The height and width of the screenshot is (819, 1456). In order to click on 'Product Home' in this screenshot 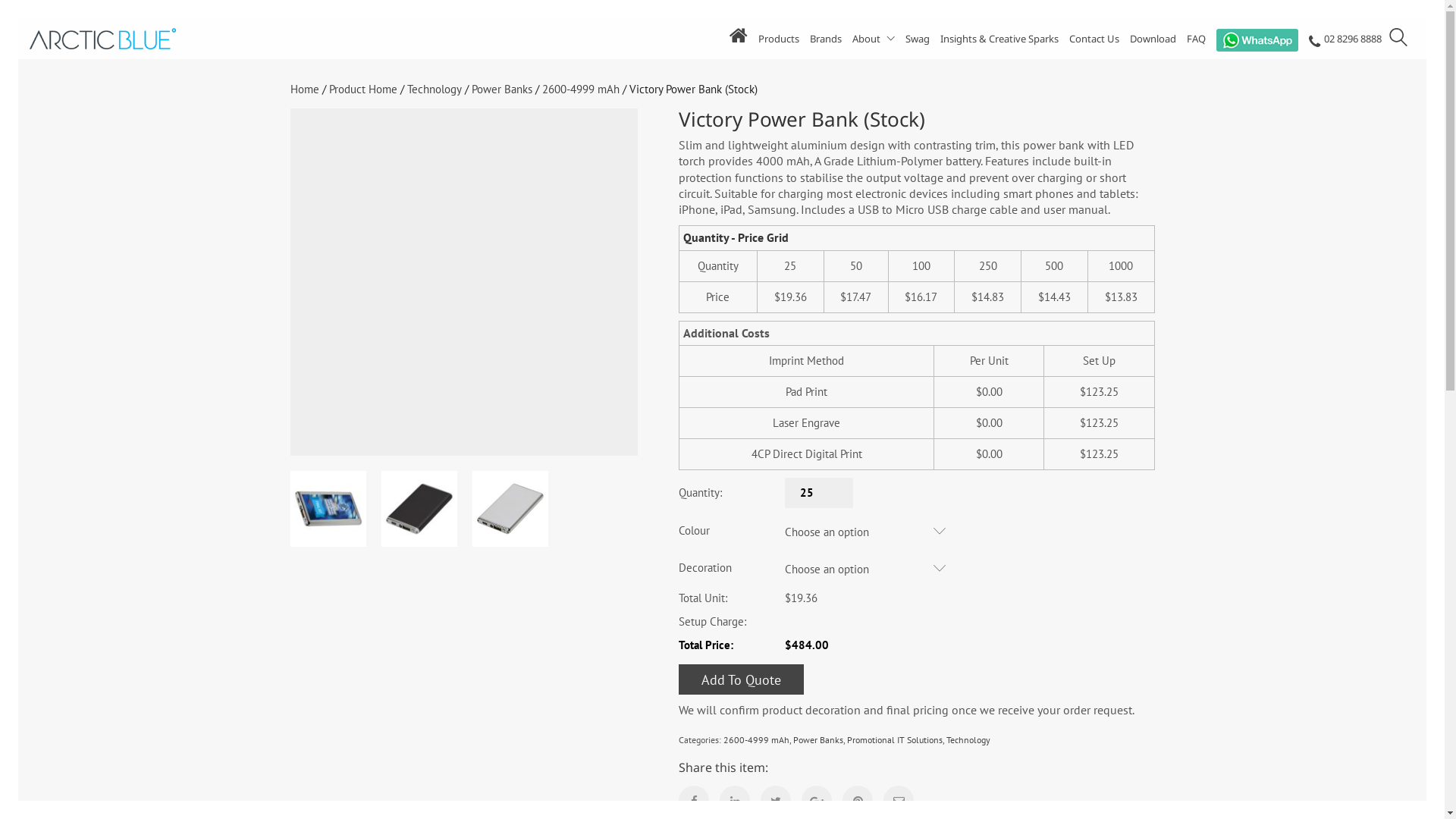, I will do `click(362, 89)`.